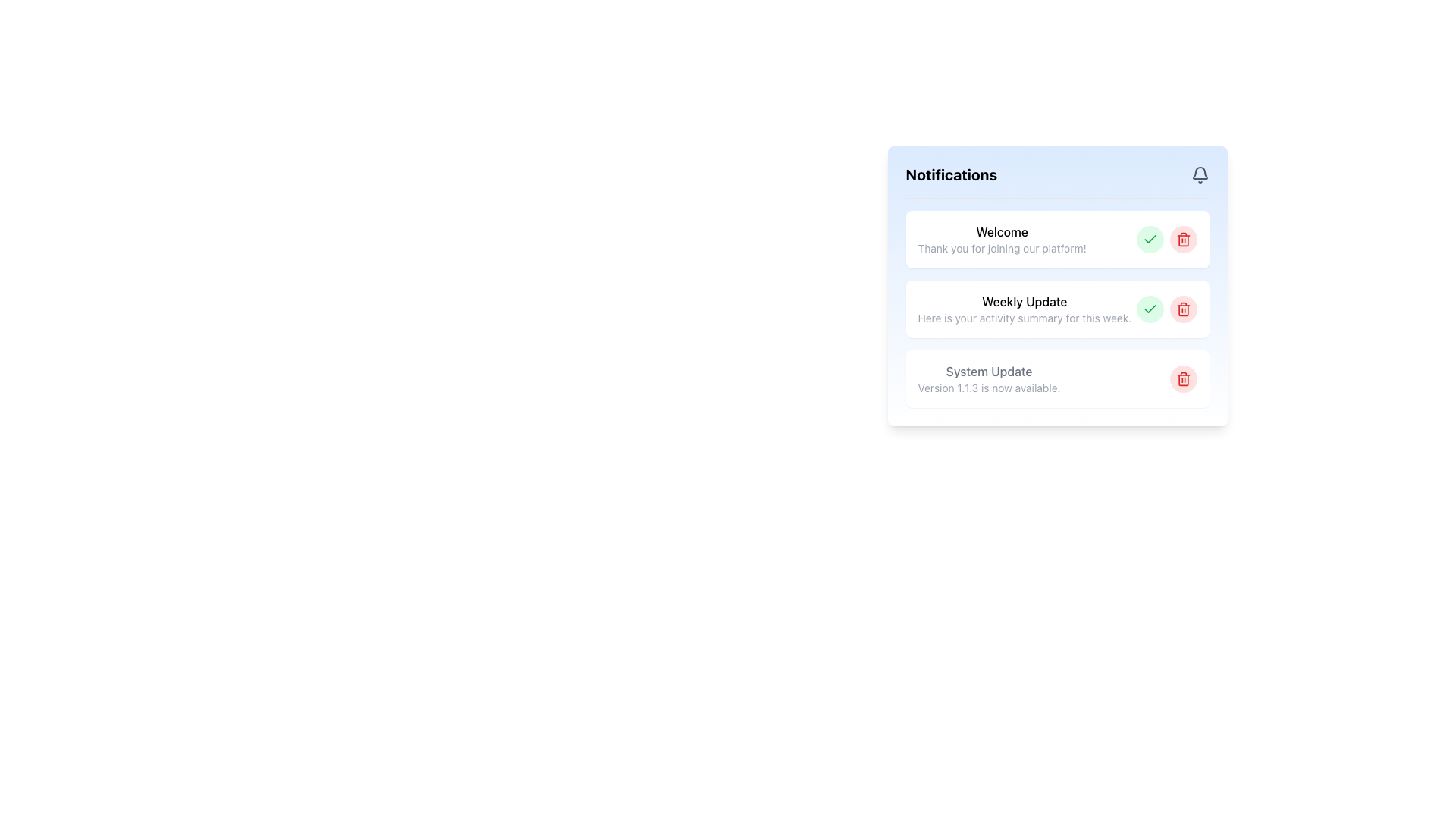  I want to click on the Notification card element titled 'System Update', which is the third card in the notification panel, located between 'Weekly Update' and no other notifications, so click(1056, 378).